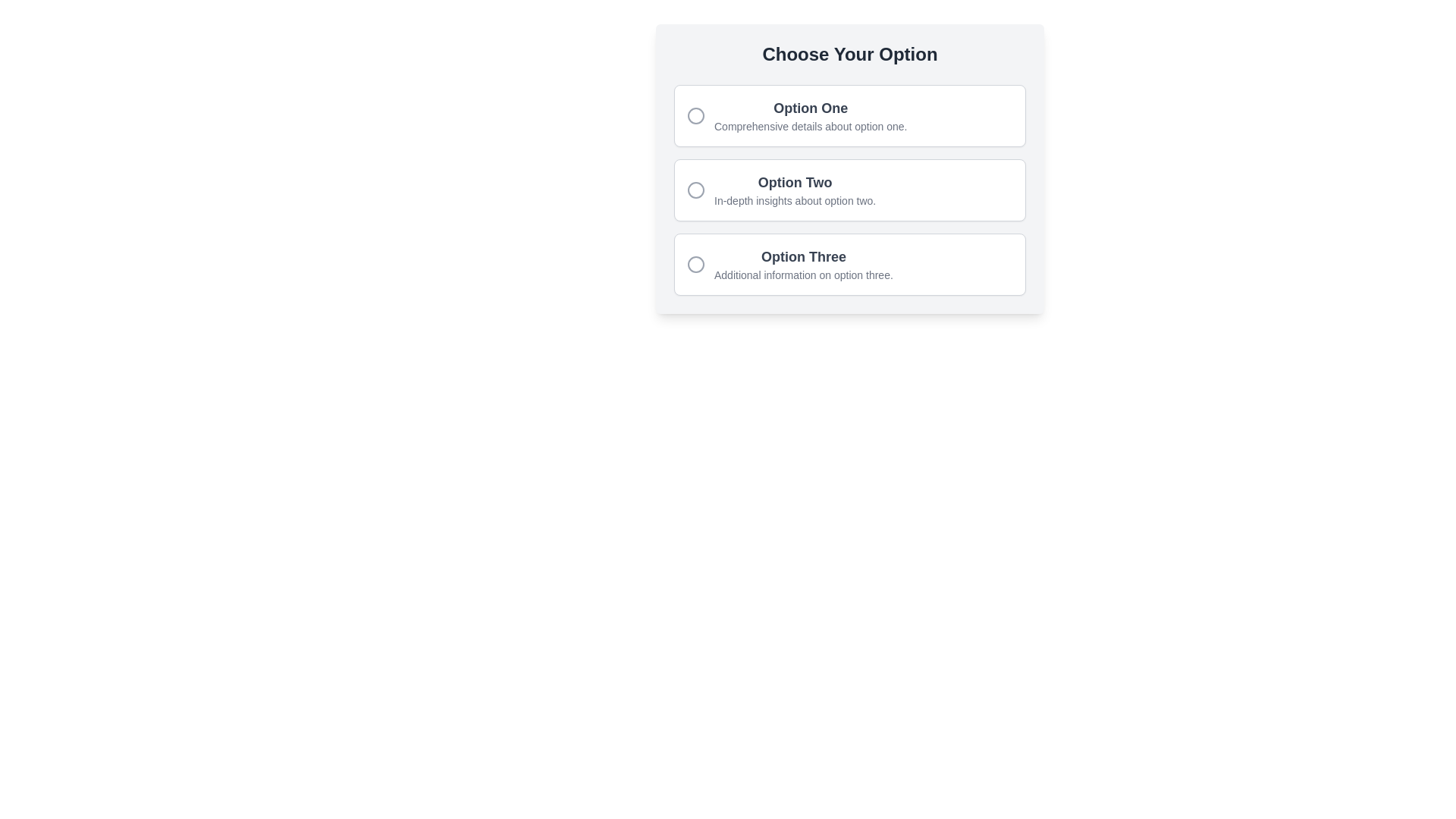  What do you see at coordinates (695, 189) in the screenshot?
I see `the circular SVG graphic styled as a ring, which is positioned to the left of the text 'Option Two' in the 'Choose Your Option' group` at bounding box center [695, 189].